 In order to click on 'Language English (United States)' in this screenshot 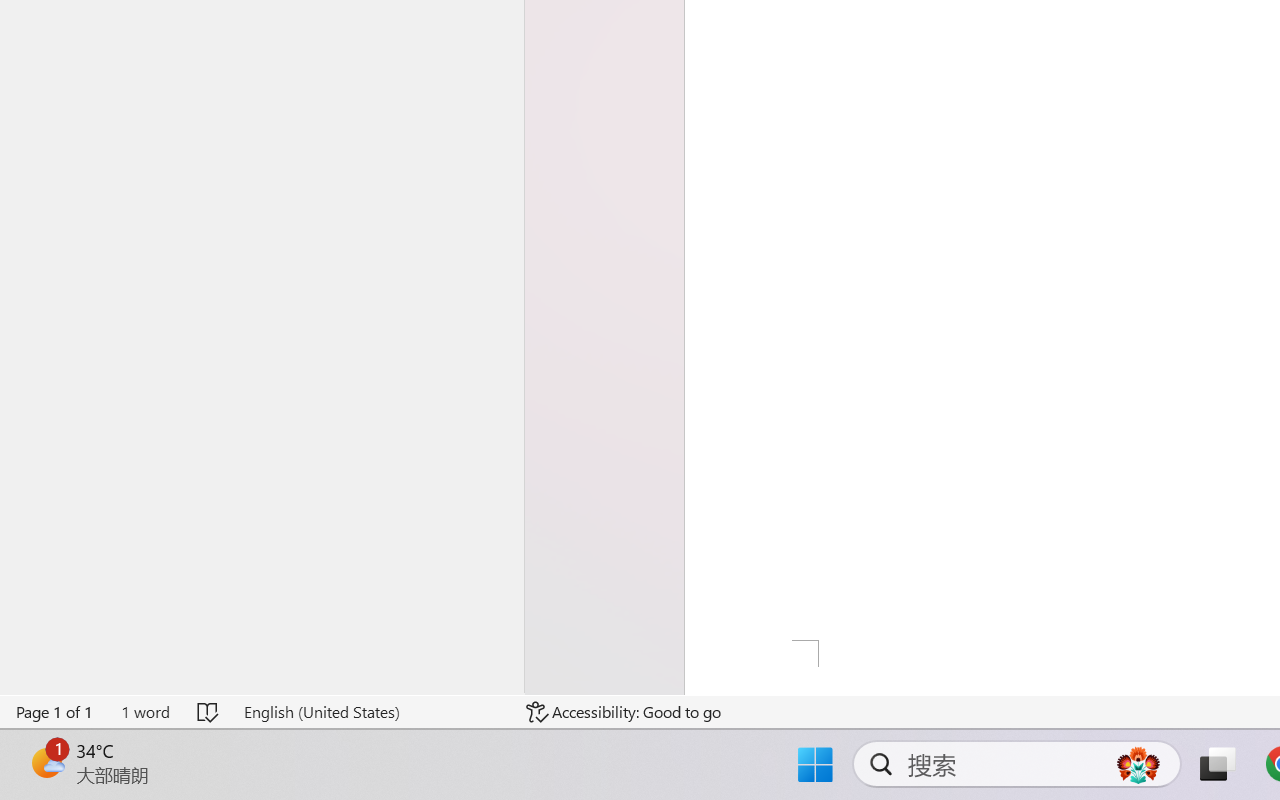, I will do `click(371, 711)`.